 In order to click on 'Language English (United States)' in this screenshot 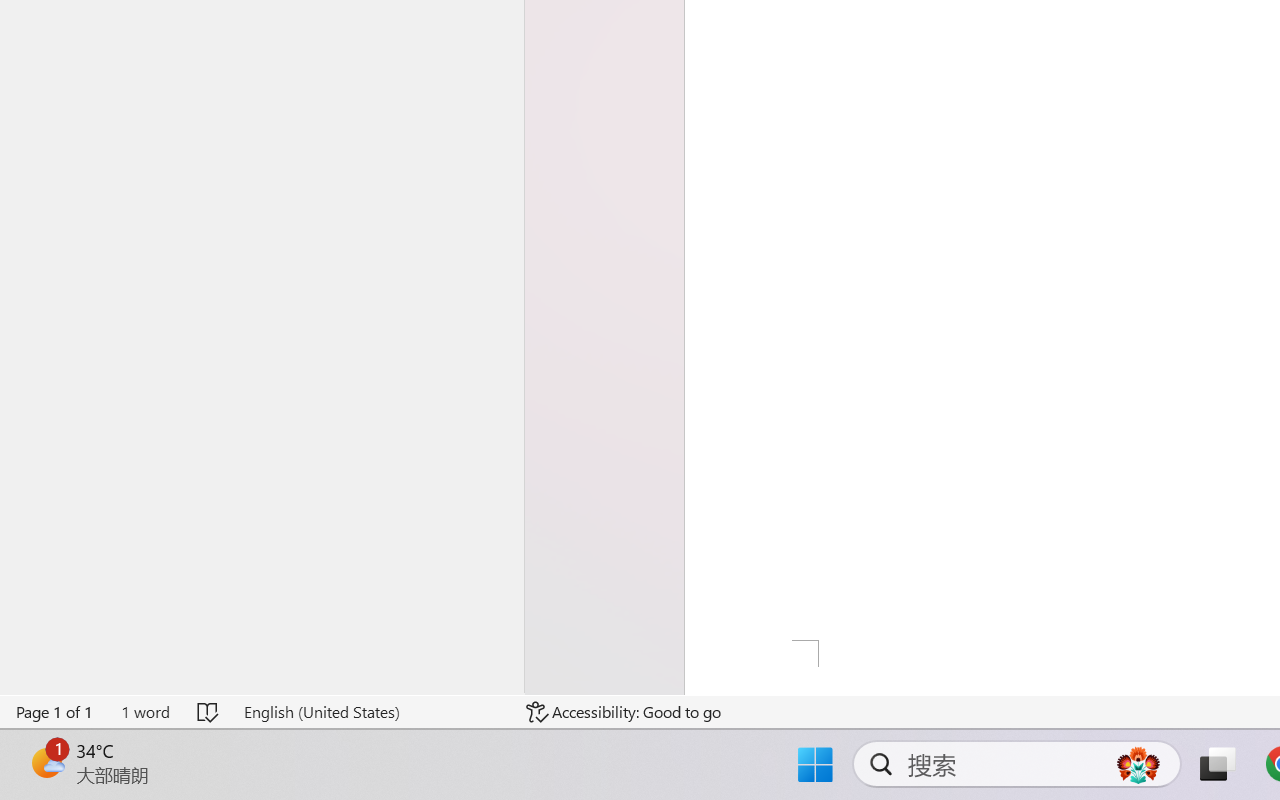, I will do `click(371, 711)`.